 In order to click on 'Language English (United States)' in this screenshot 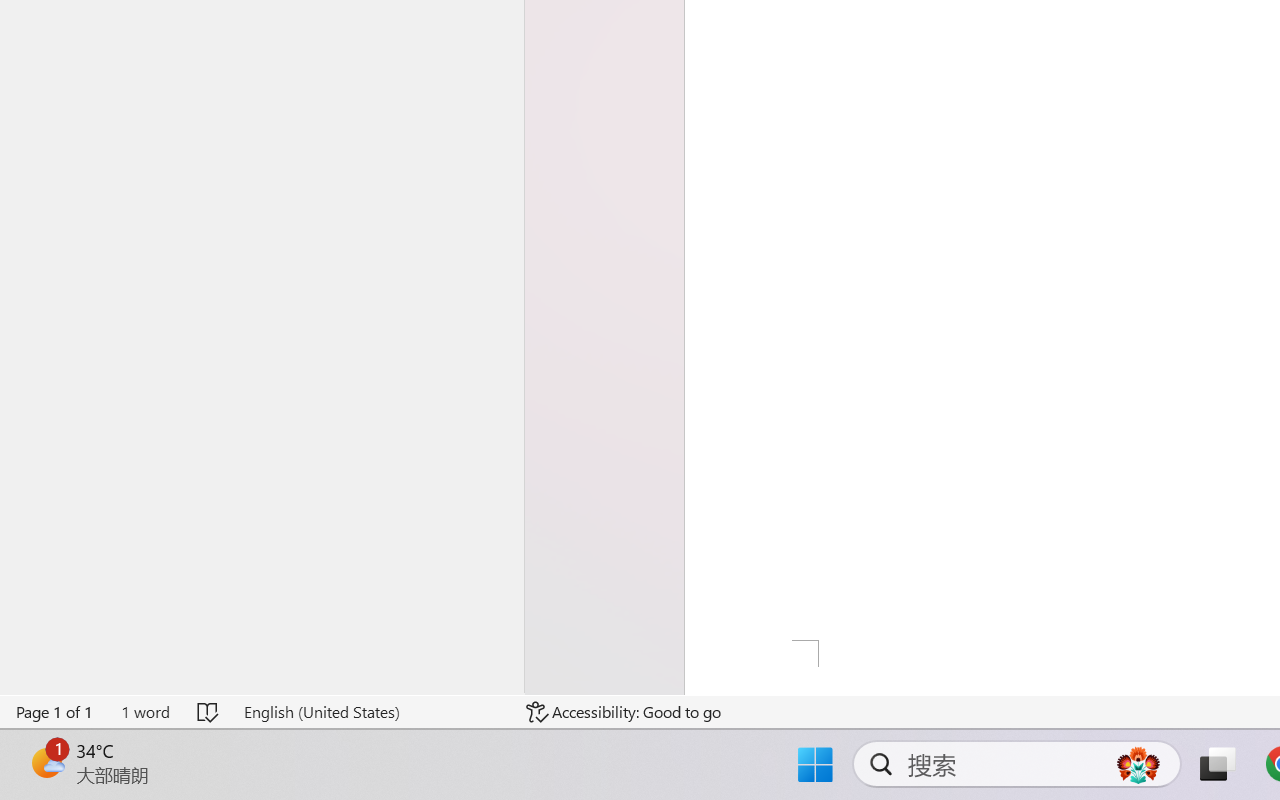, I will do `click(371, 711)`.